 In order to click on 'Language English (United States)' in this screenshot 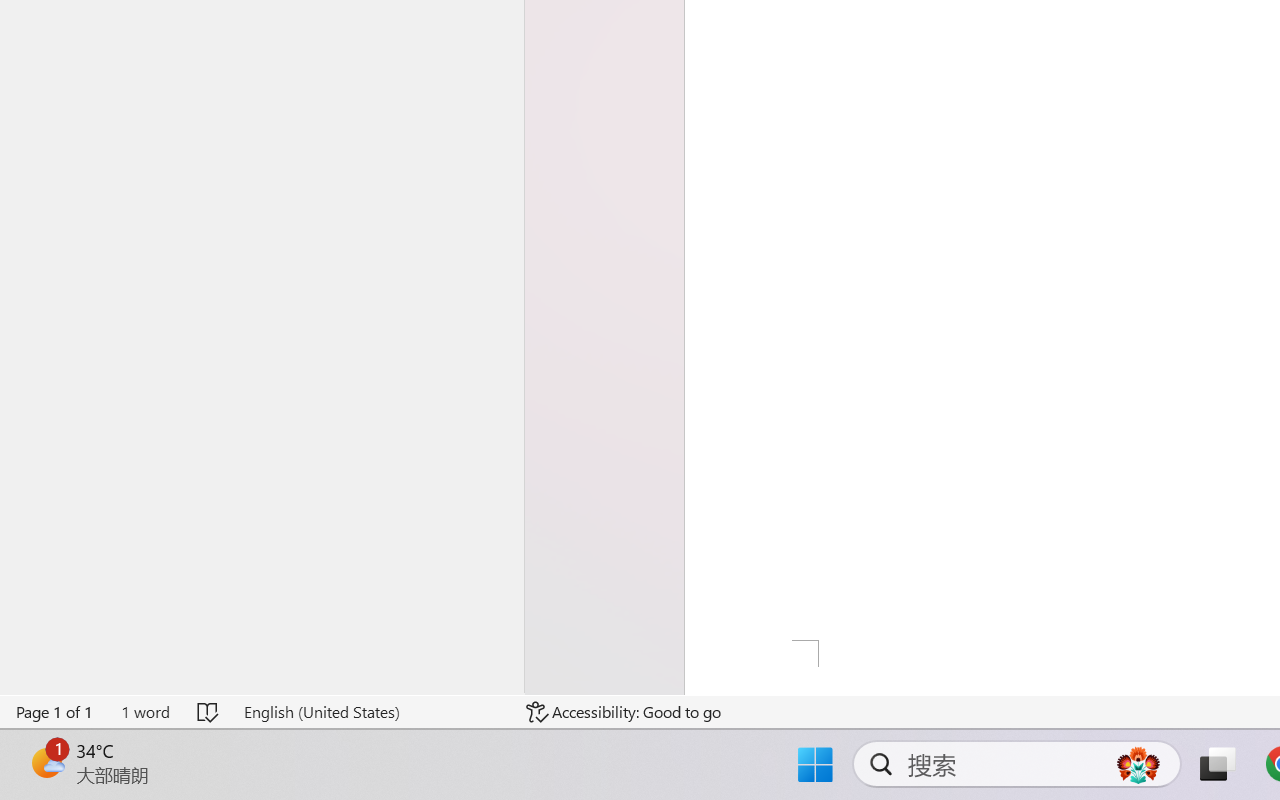, I will do `click(371, 711)`.